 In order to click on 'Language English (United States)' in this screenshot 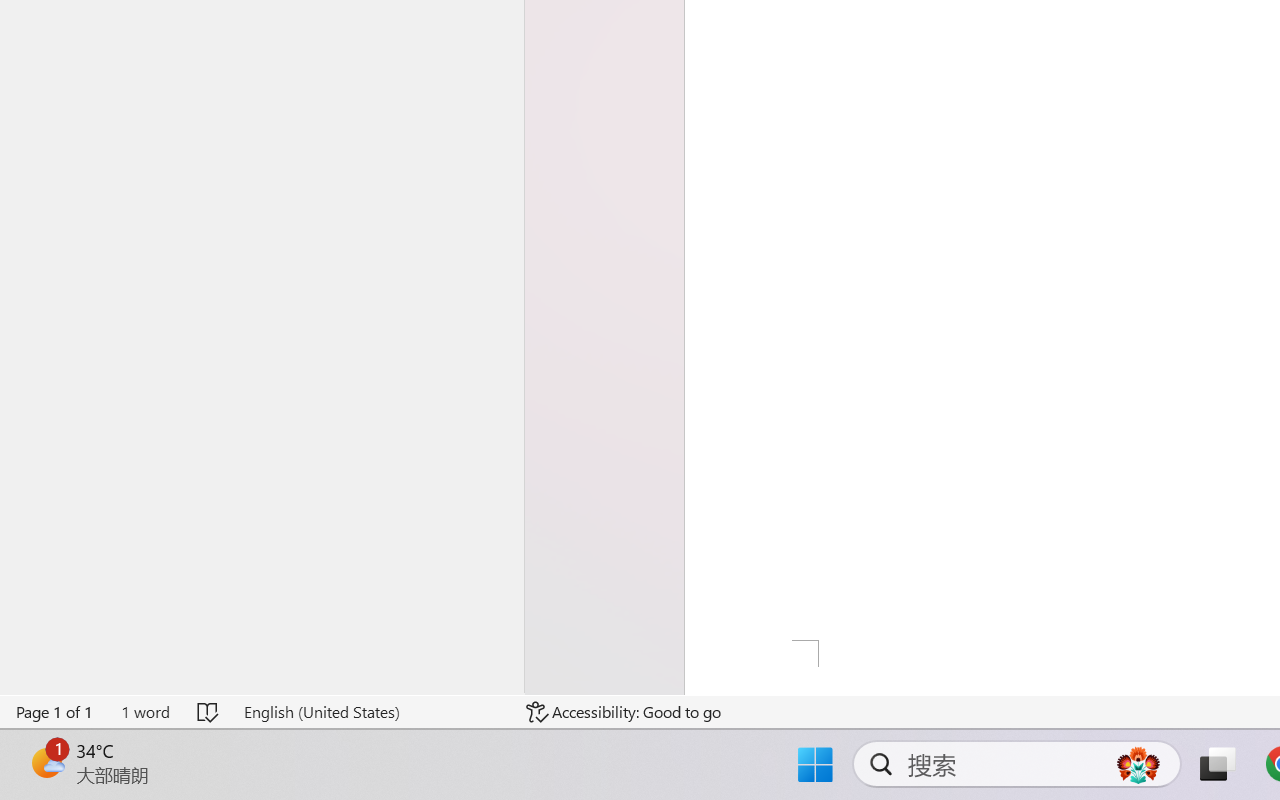, I will do `click(371, 711)`.